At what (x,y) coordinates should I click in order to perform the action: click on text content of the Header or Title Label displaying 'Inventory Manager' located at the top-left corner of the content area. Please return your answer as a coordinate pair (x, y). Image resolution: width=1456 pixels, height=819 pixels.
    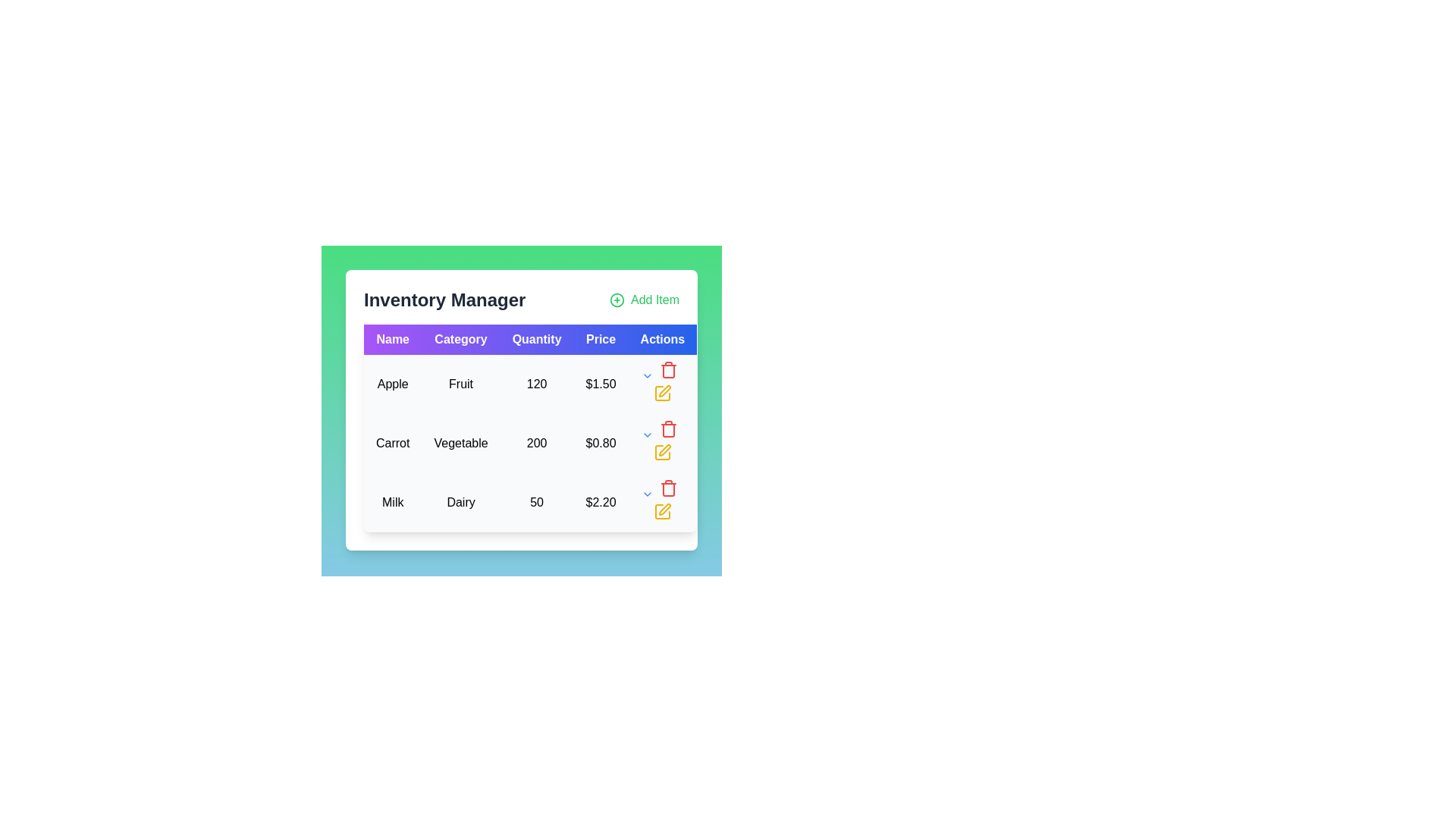
    Looking at the image, I should click on (444, 300).